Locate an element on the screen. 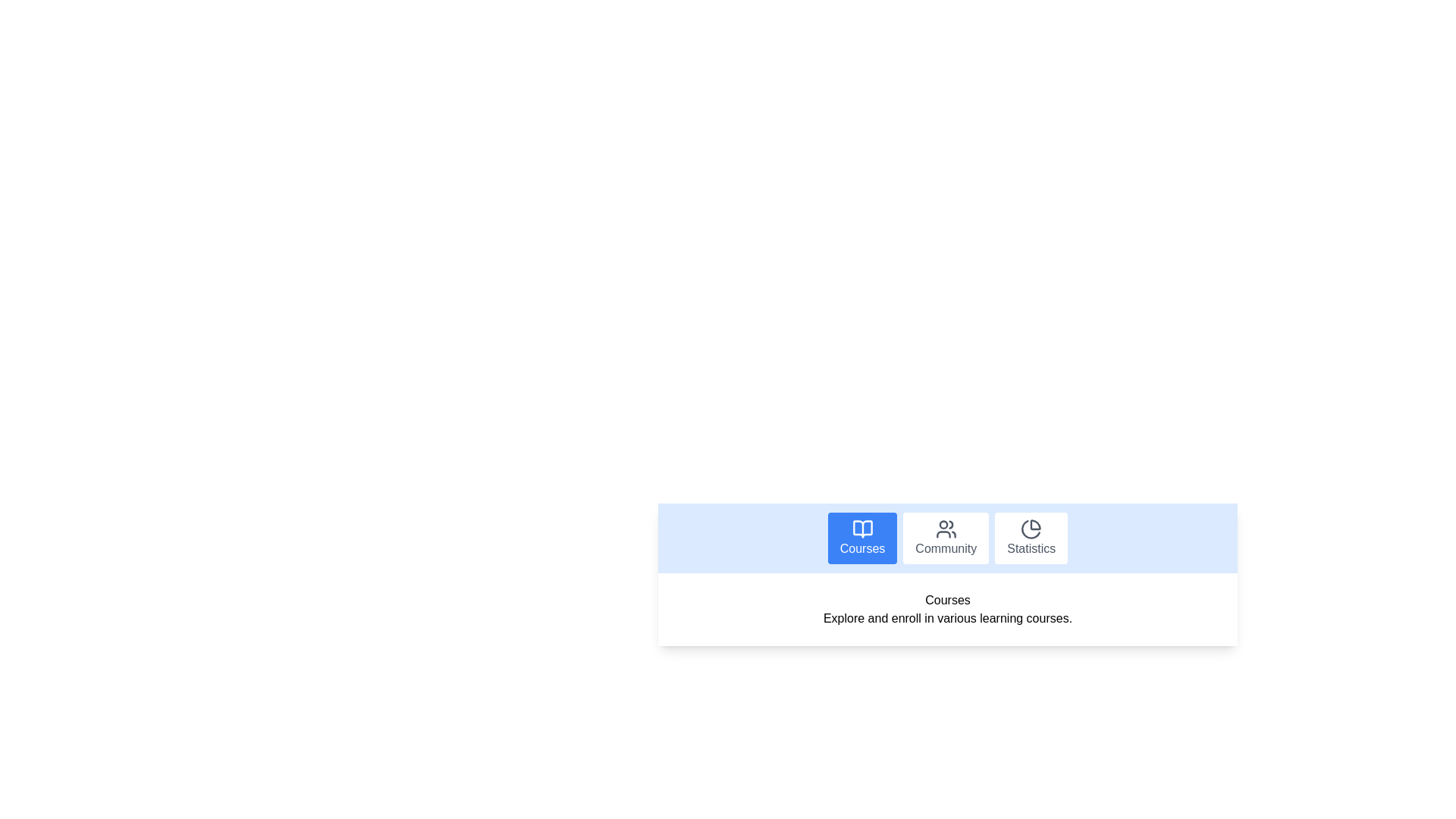  the Statistics tab is located at coordinates (1031, 537).